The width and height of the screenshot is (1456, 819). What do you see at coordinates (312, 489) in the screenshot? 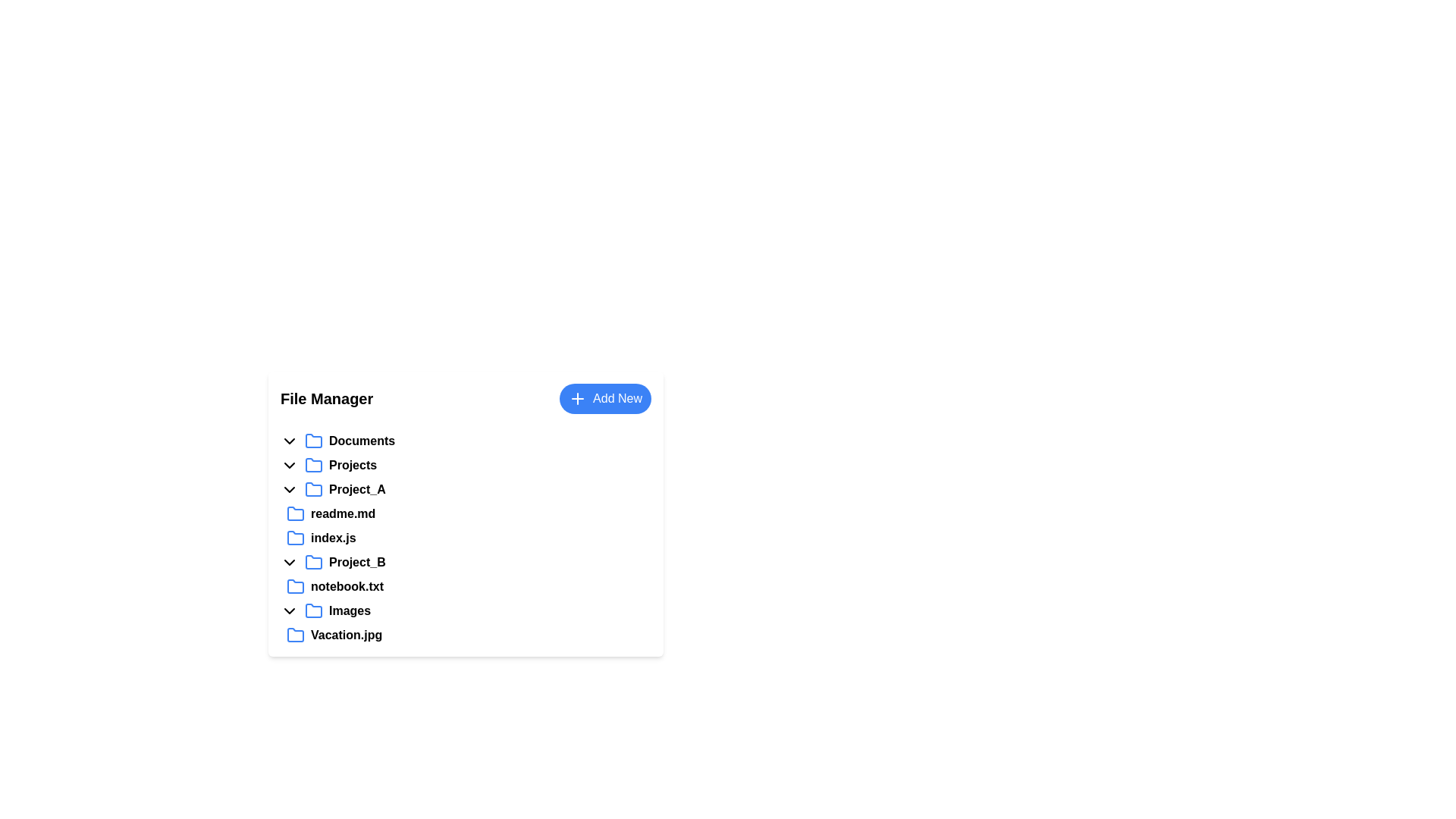
I see `the details of the blue folder icon located next to the label 'Project_A' in the interactive file list` at bounding box center [312, 489].